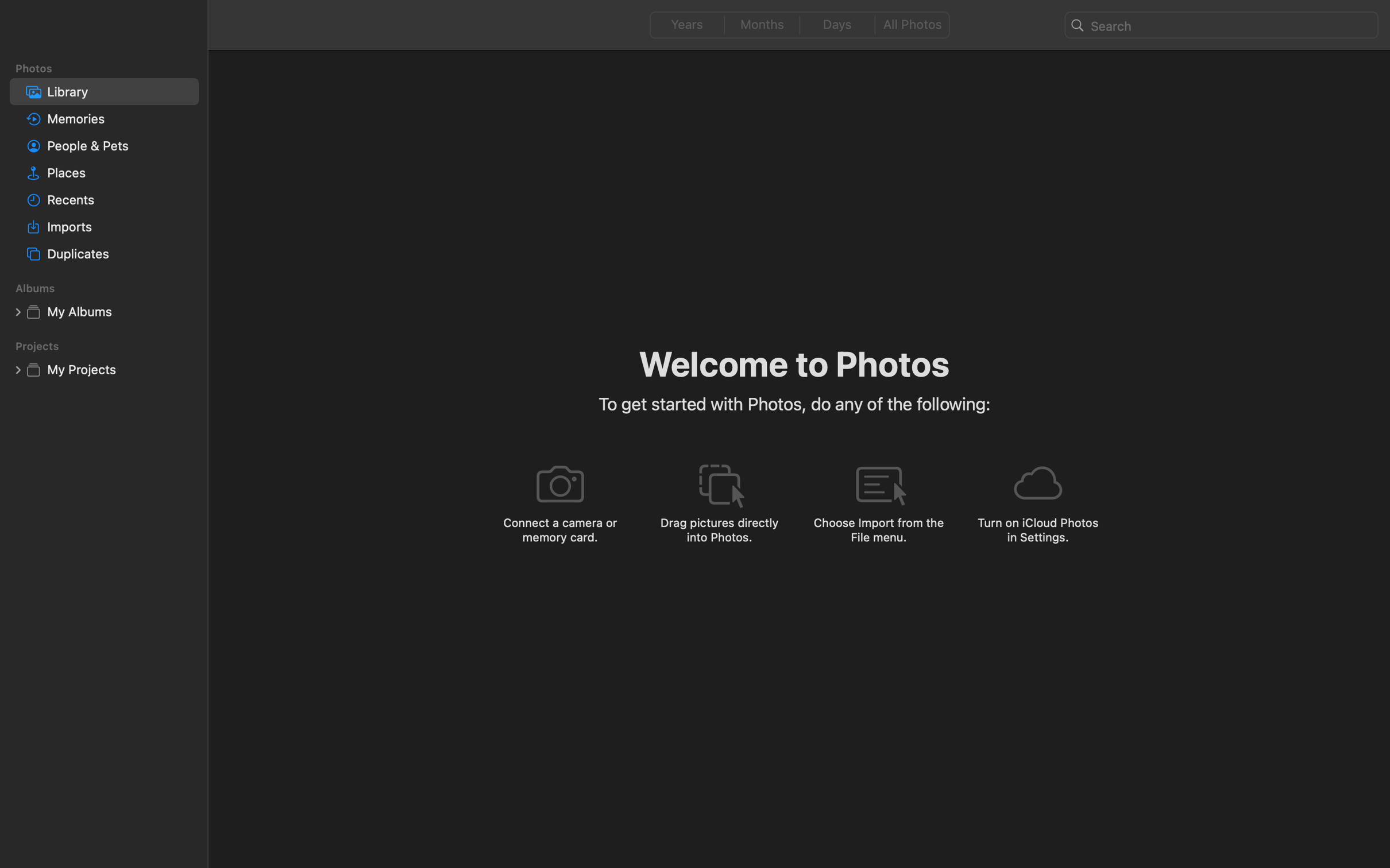 This screenshot has width=1390, height=868. Describe the element at coordinates (119, 92) in the screenshot. I see `'Library'` at that location.